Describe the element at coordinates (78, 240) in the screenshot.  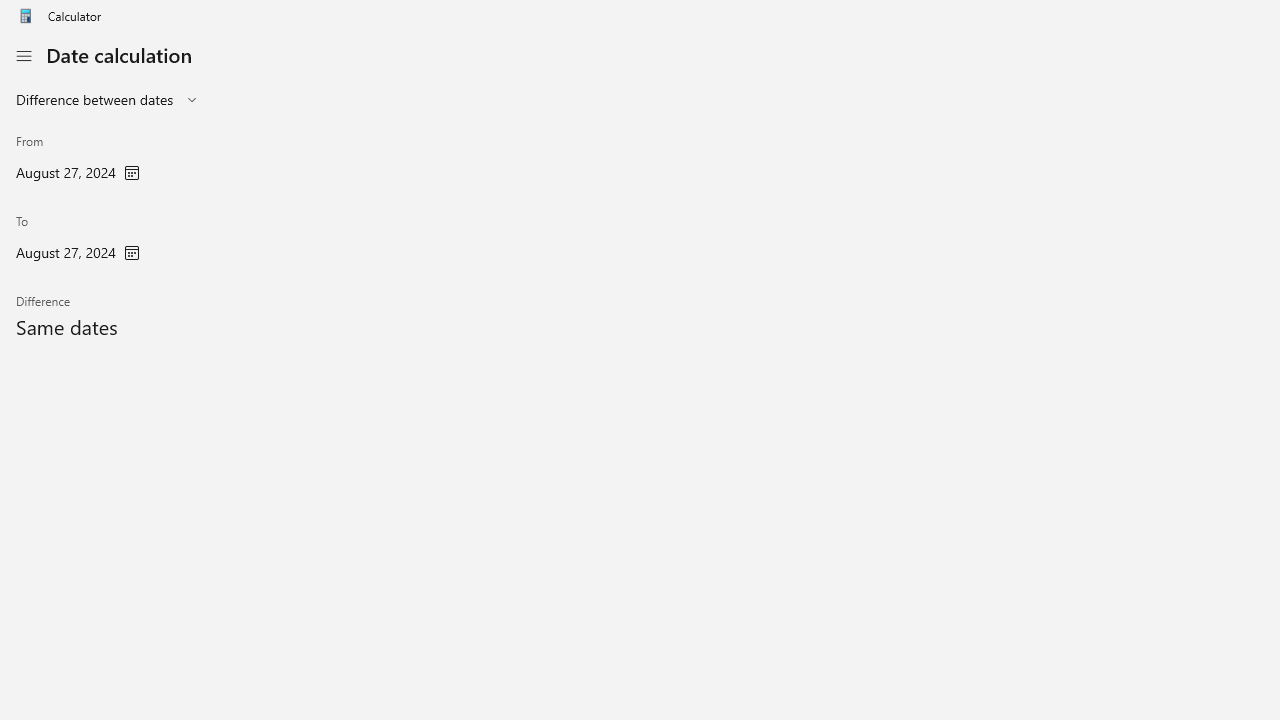
I see `'To'` at that location.